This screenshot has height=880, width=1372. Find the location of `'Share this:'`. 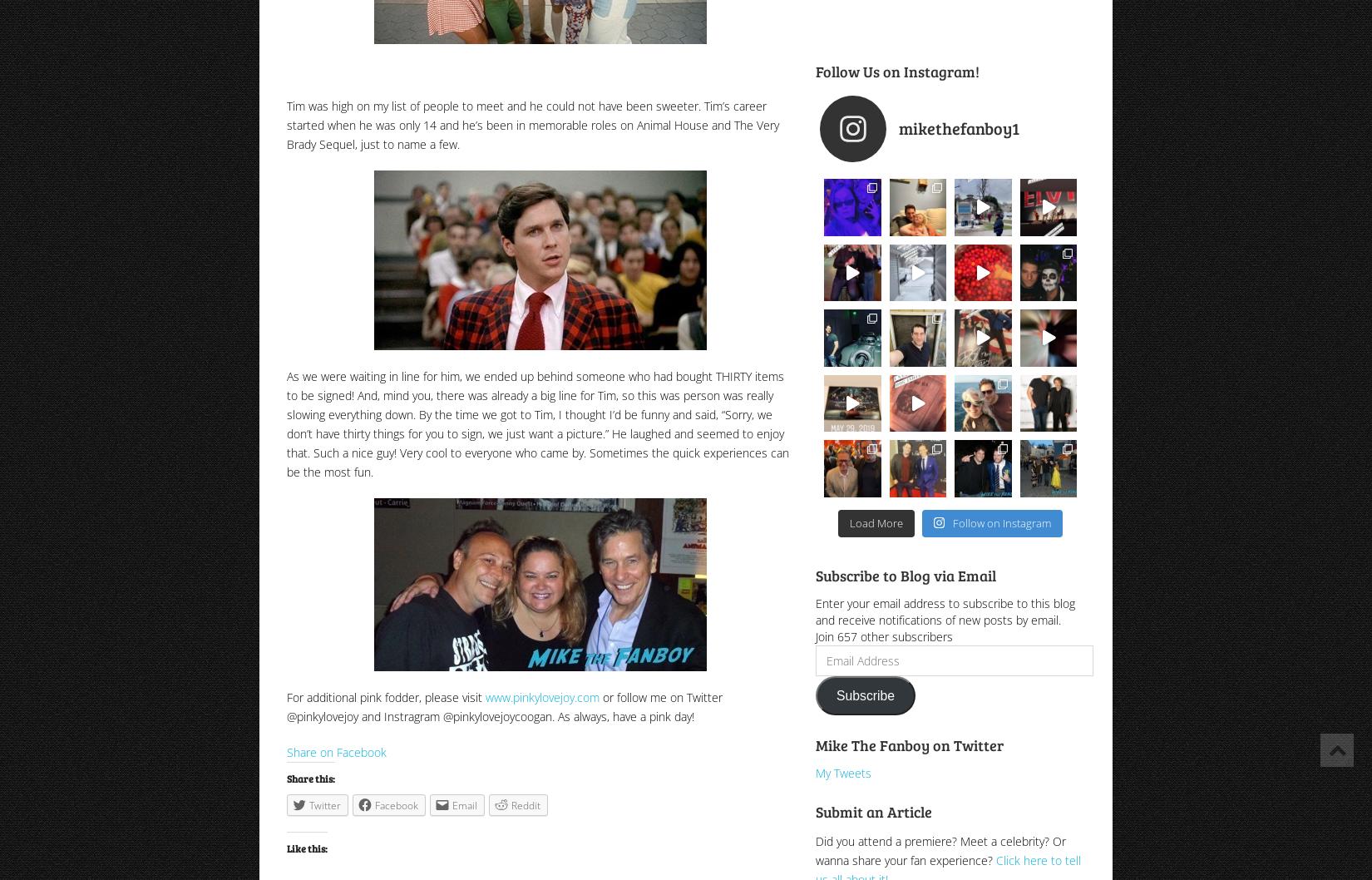

'Share this:' is located at coordinates (311, 779).